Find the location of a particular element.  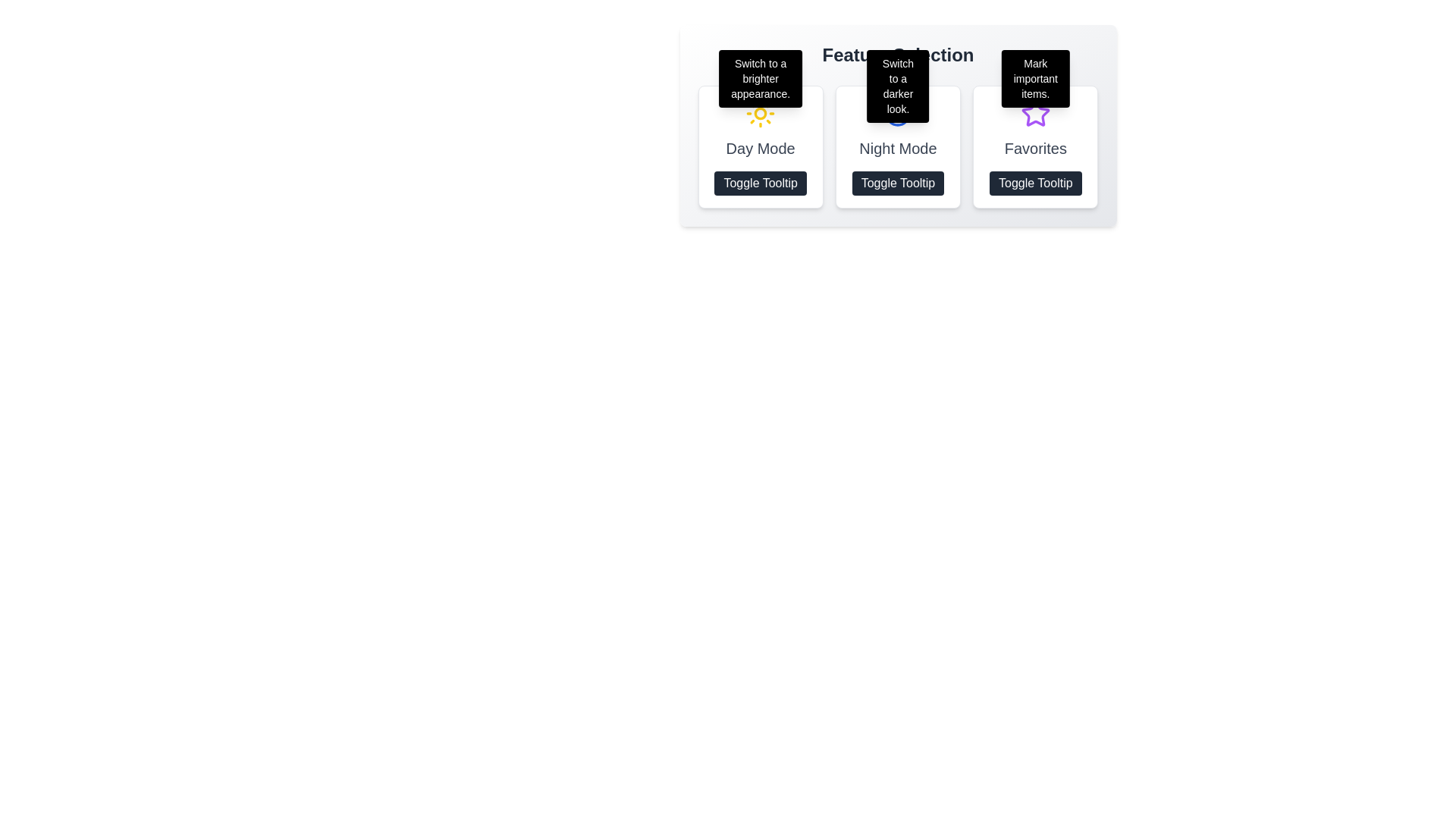

the sun icon, which resembles a circular sun symbol with radial lines is located at coordinates (761, 113).